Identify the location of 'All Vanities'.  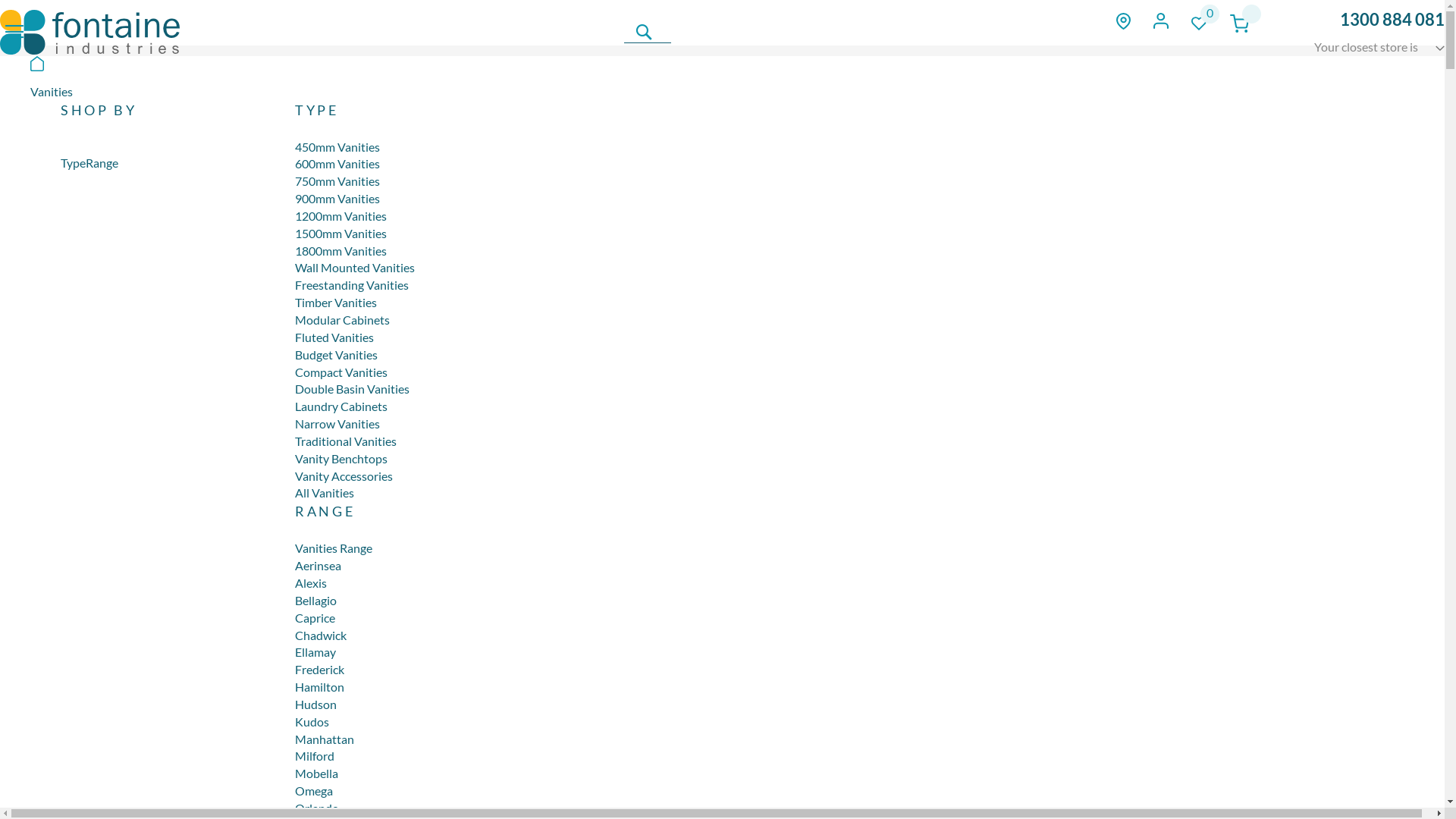
(323, 492).